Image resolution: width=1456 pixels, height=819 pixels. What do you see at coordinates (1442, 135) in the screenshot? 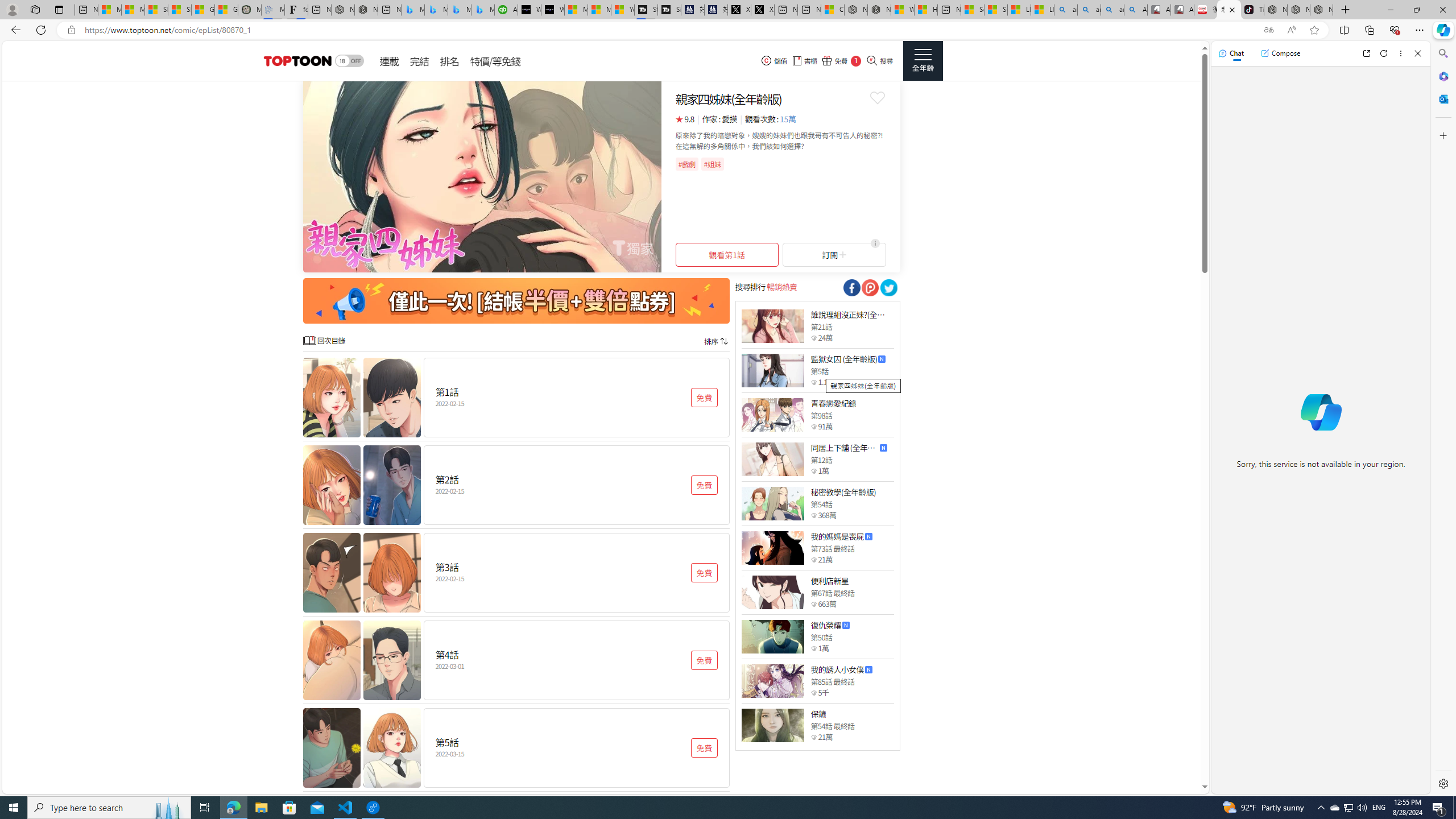
I see `'Customize'` at bounding box center [1442, 135].